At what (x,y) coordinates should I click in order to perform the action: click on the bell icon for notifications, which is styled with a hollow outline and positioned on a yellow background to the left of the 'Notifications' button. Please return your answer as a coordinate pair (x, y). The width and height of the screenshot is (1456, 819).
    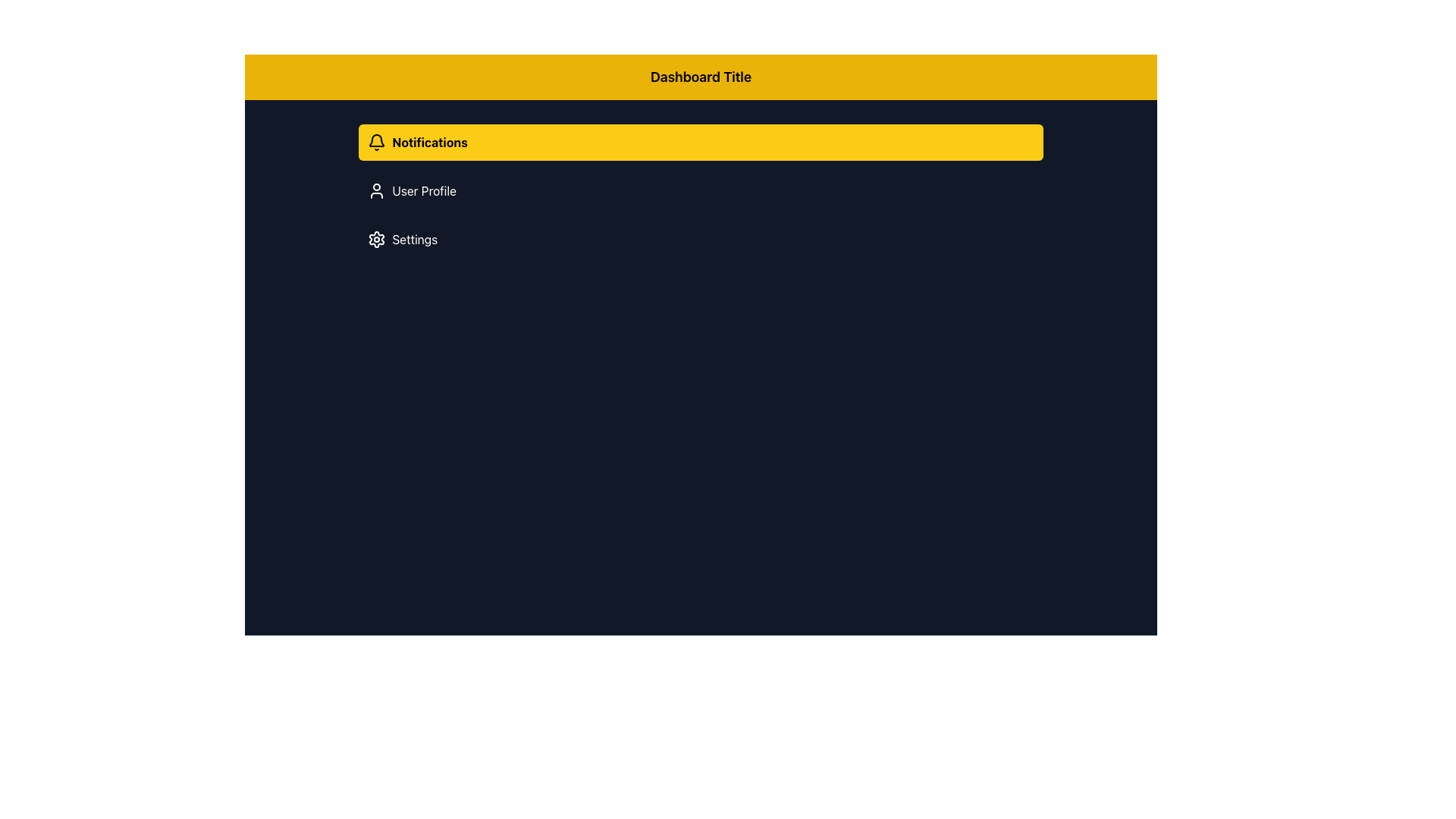
    Looking at the image, I should click on (377, 143).